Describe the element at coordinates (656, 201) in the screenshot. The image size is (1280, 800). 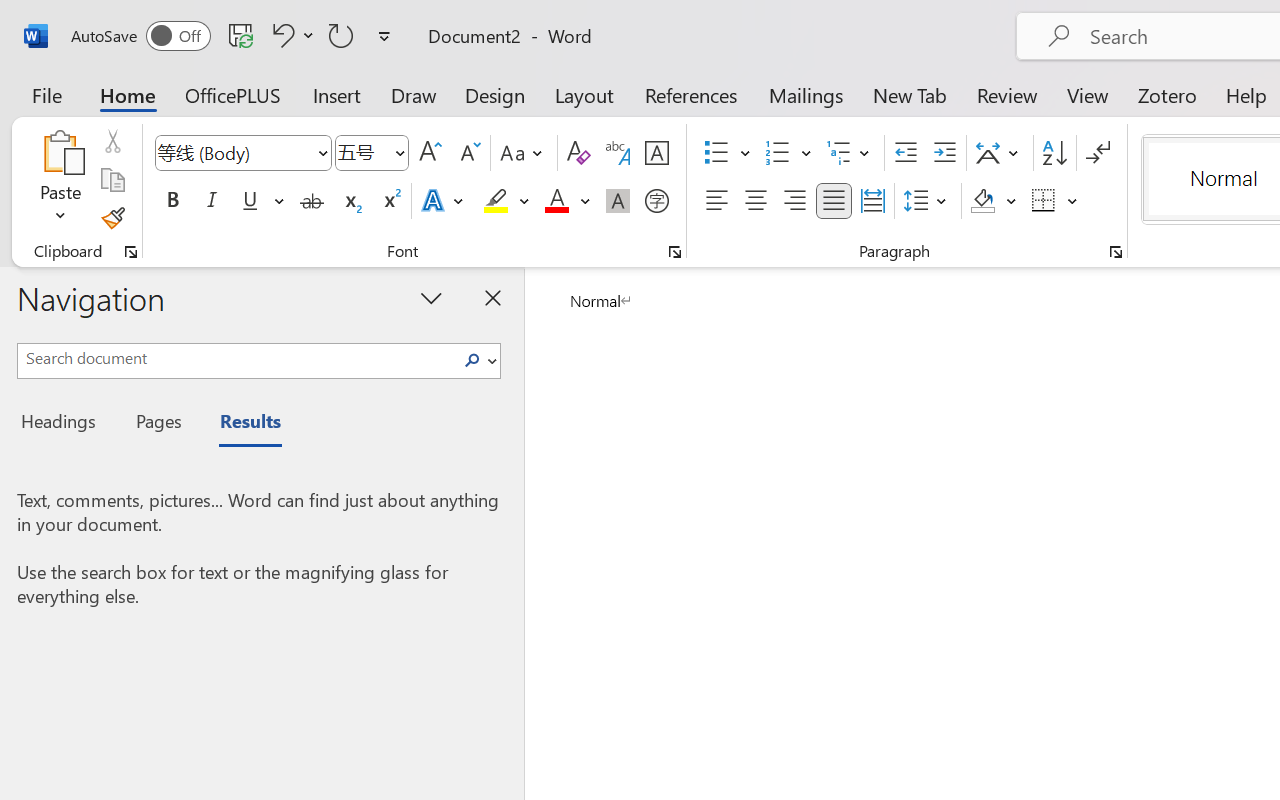
I see `'Enclose Characters...'` at that location.